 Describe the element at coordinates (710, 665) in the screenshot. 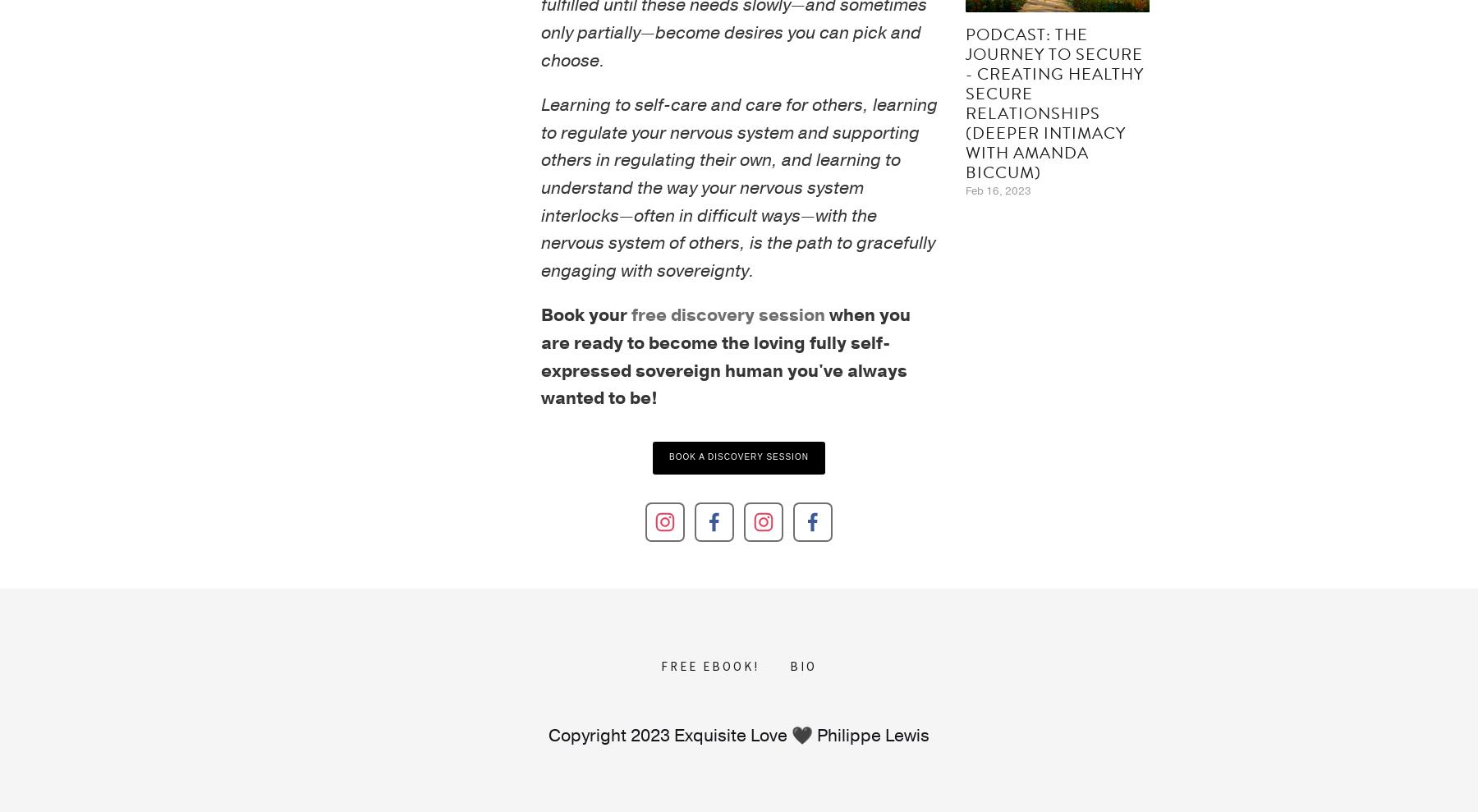

I see `'Free eBook!'` at that location.